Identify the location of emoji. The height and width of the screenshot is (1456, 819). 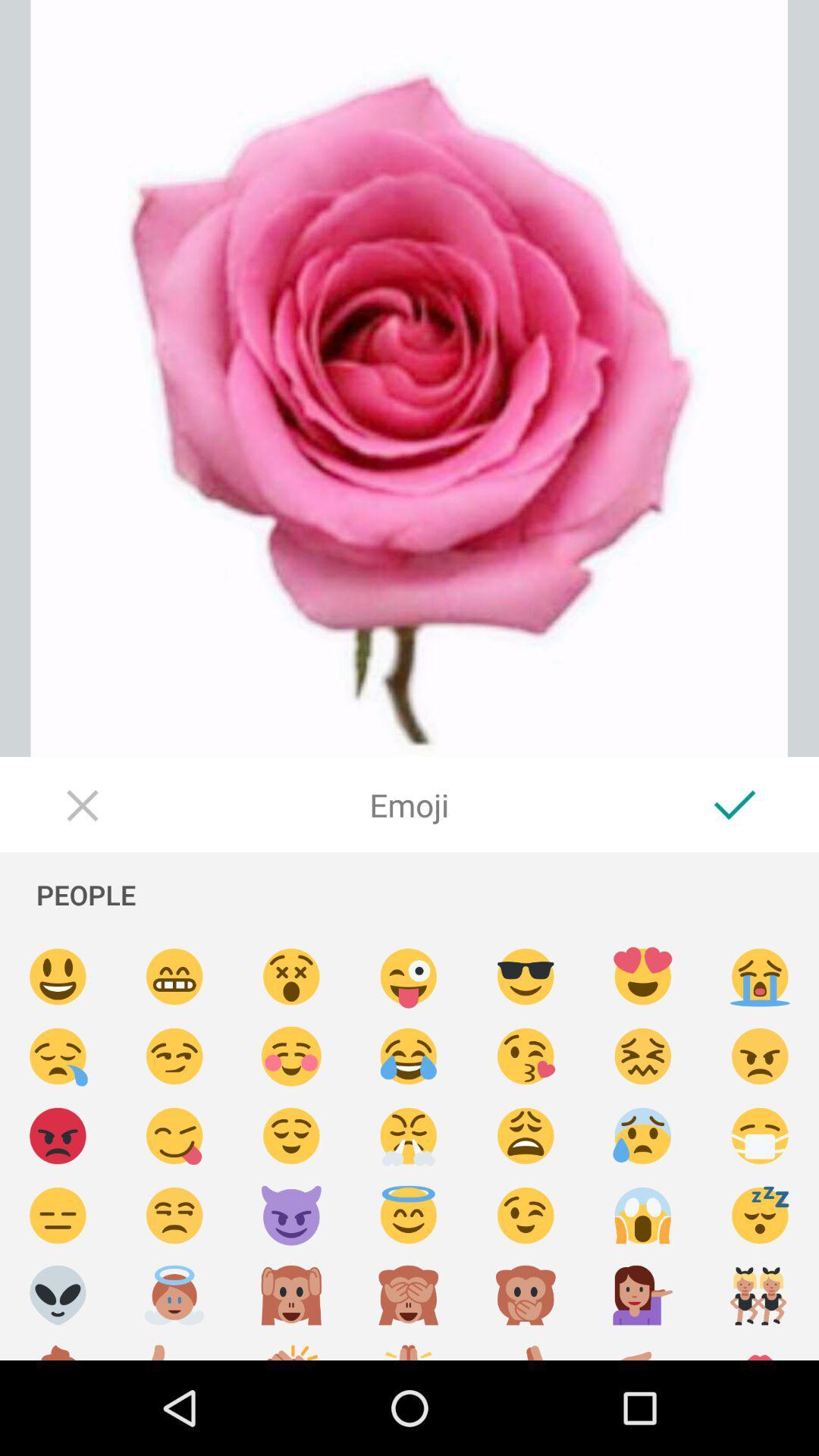
(525, 1136).